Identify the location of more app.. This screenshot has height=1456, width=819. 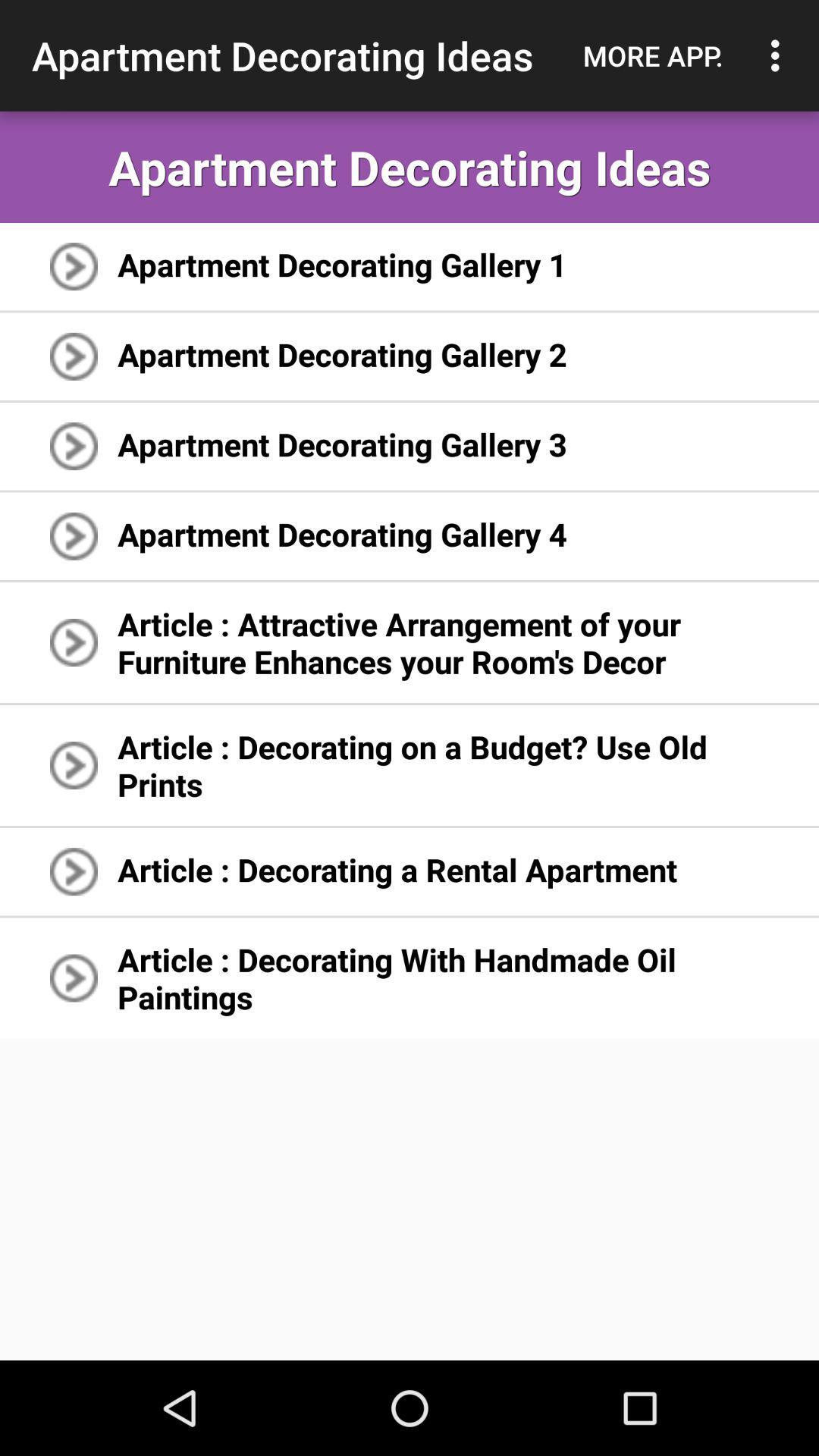
(652, 55).